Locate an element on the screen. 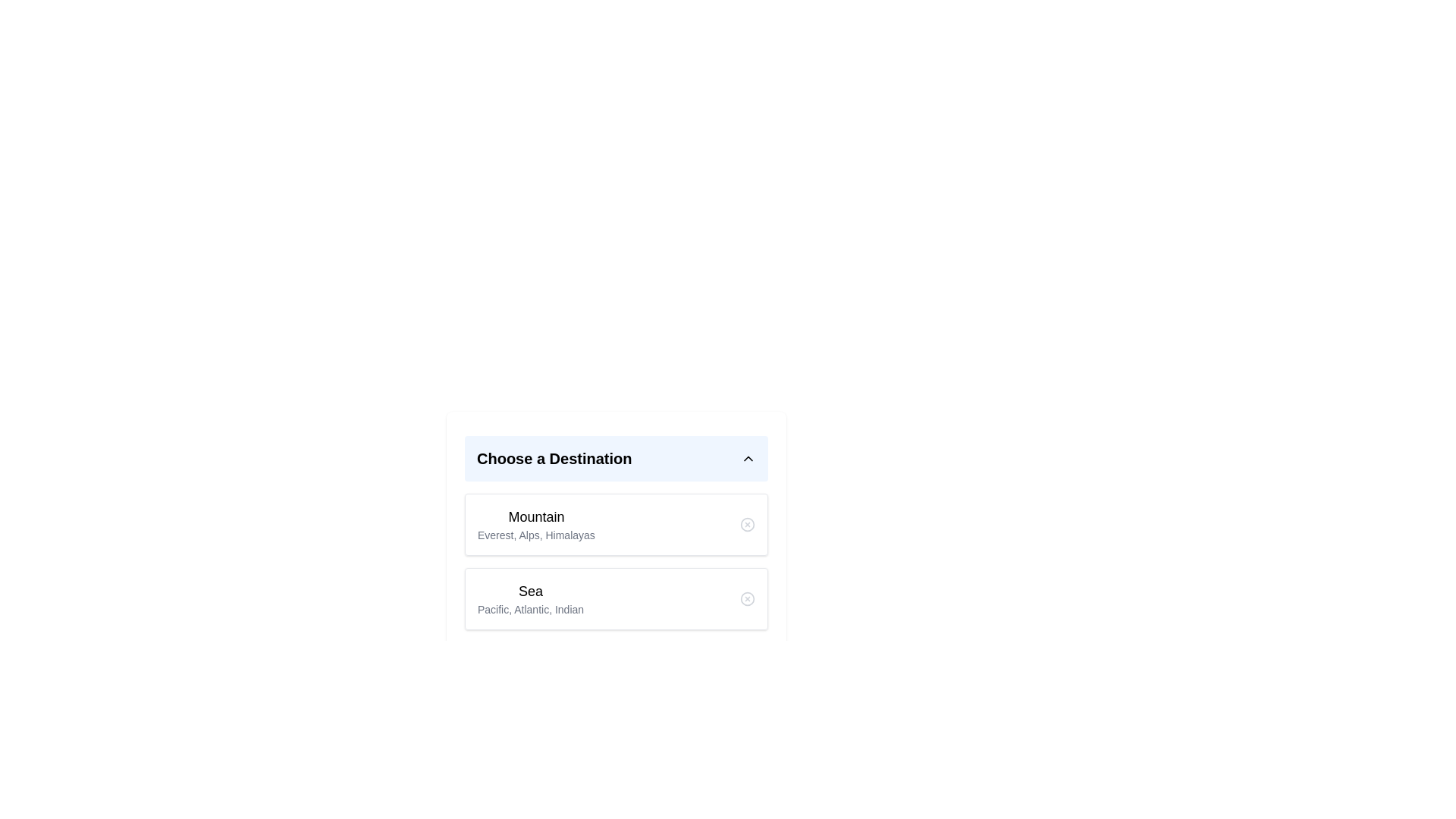  text content from the label element that displays 'Mountain' in bold and 'Everest, Alps, Himalayas' in a lighter font, located within the 'Choose a Destination' group is located at coordinates (536, 523).